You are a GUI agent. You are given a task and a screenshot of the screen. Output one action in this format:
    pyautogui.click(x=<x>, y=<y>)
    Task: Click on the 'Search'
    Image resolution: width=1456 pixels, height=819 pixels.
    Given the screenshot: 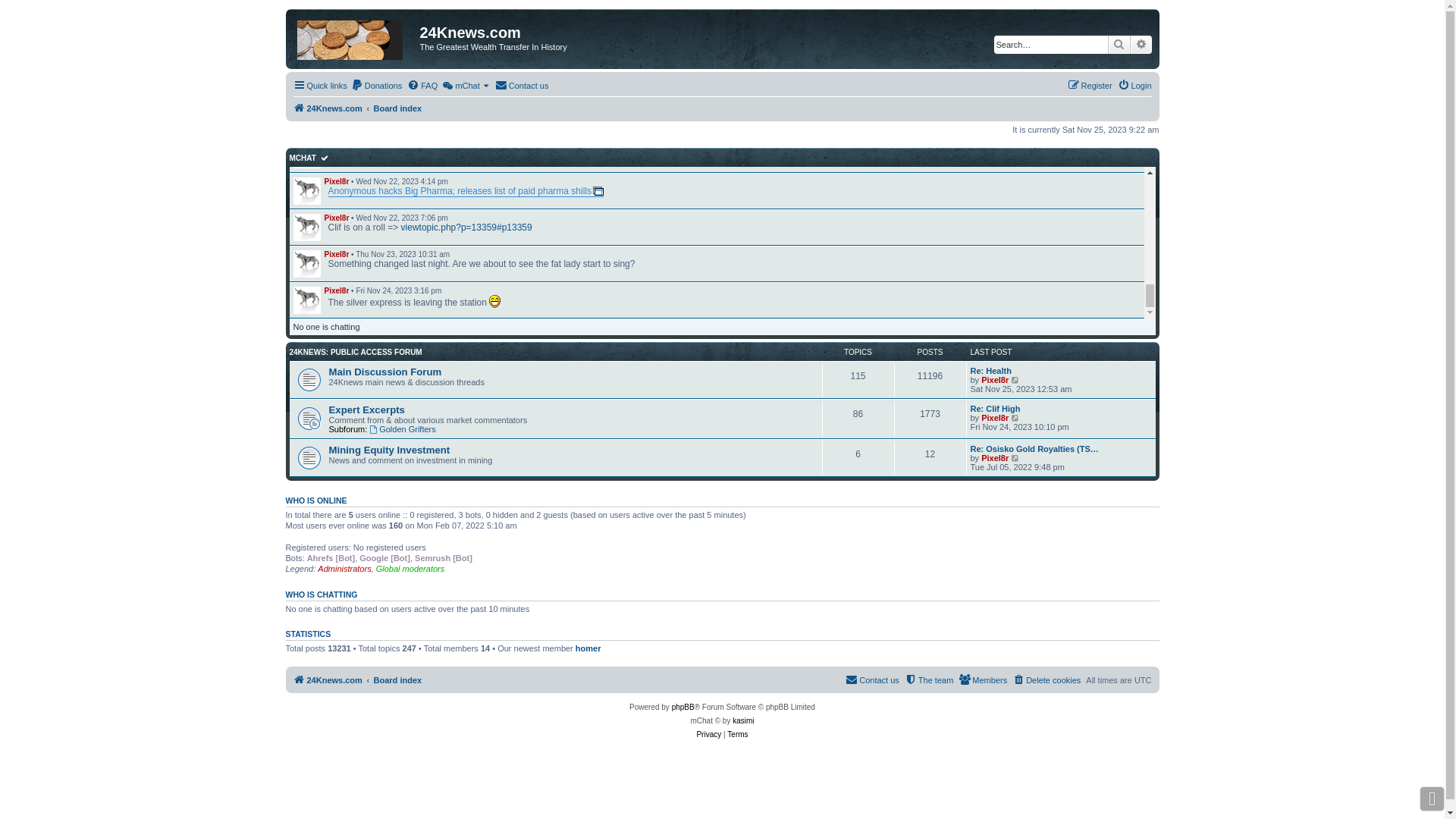 What is the action you would take?
    pyautogui.click(x=1106, y=43)
    